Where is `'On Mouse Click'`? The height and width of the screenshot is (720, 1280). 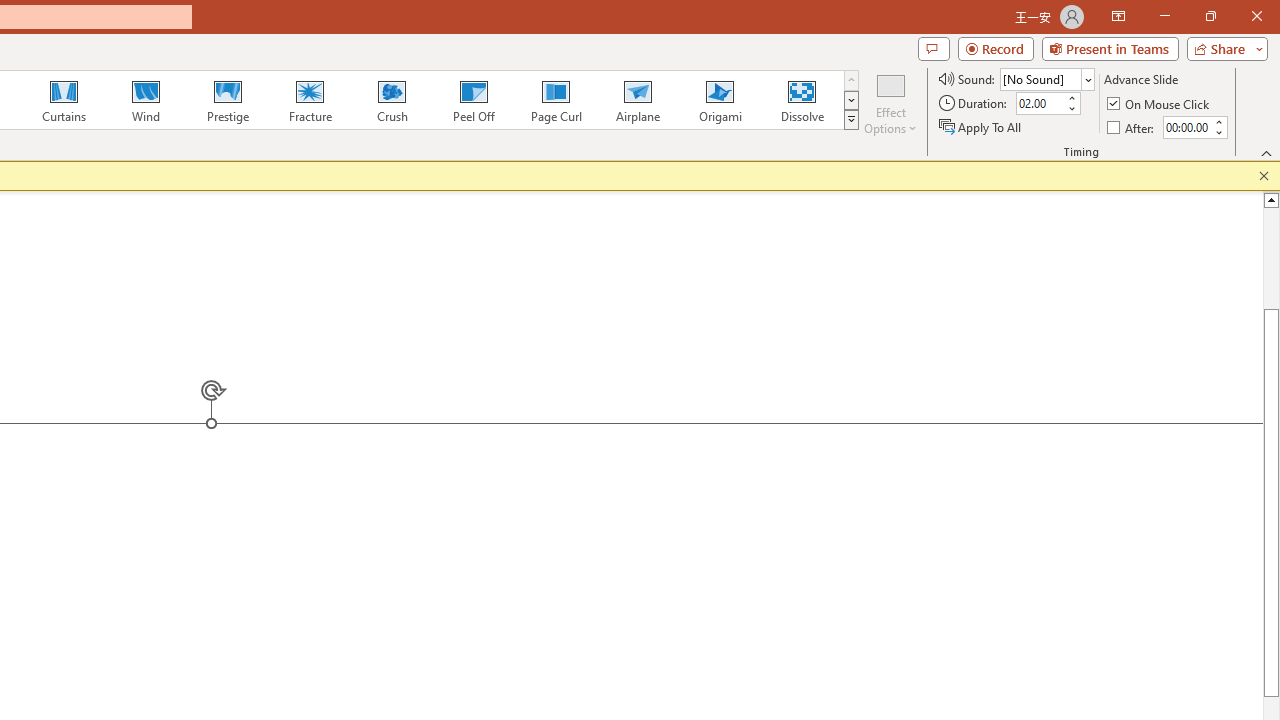
'On Mouse Click' is located at coordinates (1159, 103).